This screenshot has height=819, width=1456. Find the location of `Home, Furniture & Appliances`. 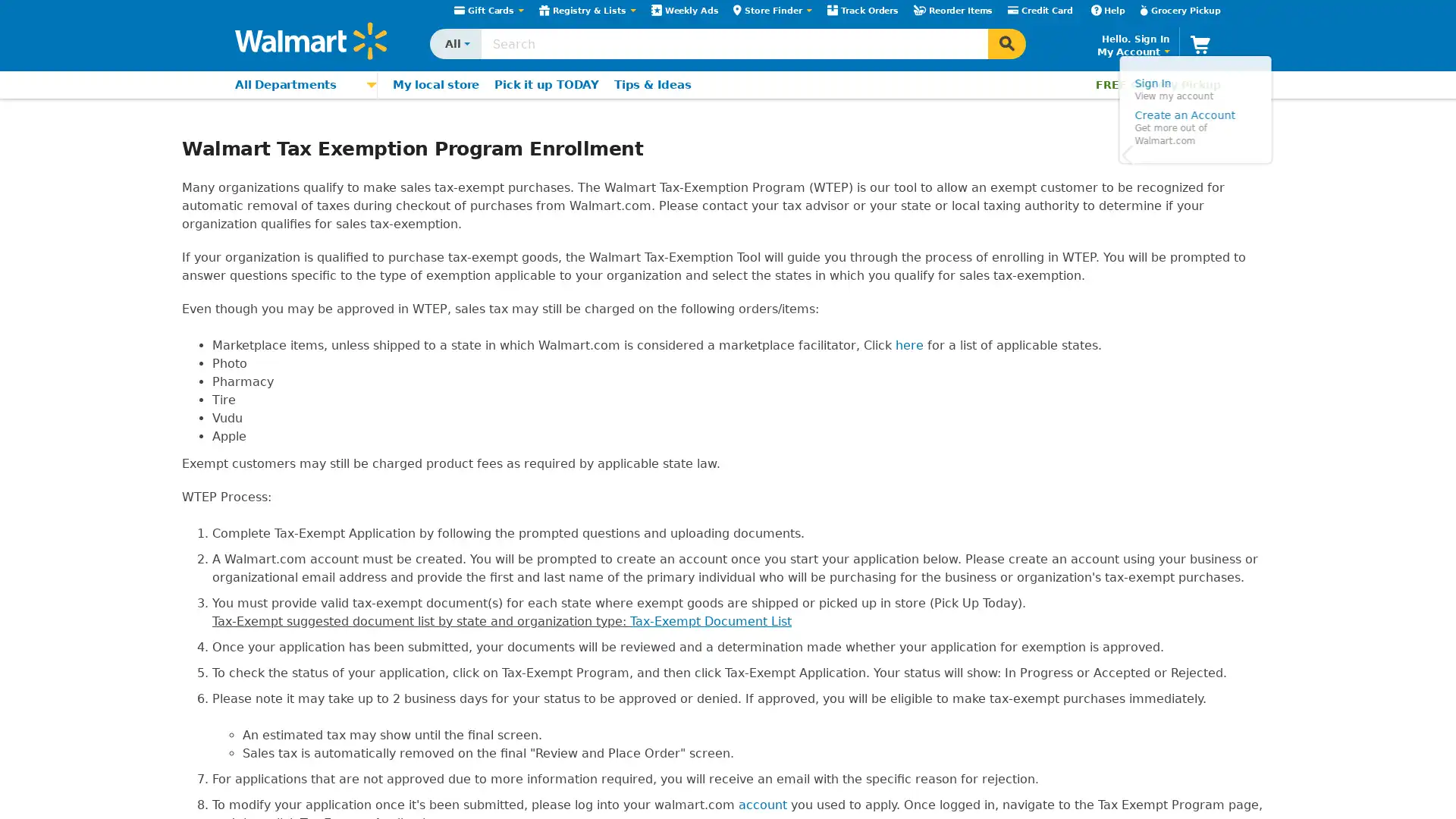

Home, Furniture & Appliances is located at coordinates (294, 186).